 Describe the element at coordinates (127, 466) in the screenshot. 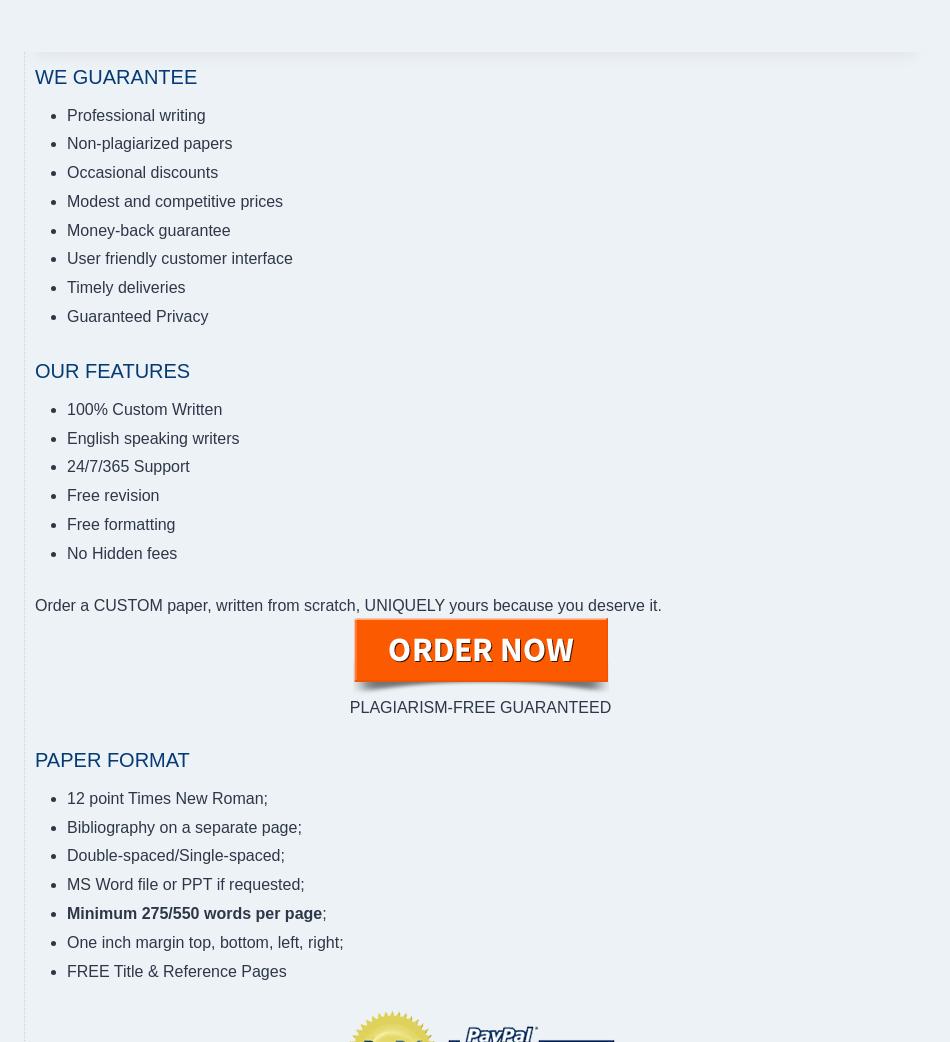

I see `'24/7/365 Support'` at that location.